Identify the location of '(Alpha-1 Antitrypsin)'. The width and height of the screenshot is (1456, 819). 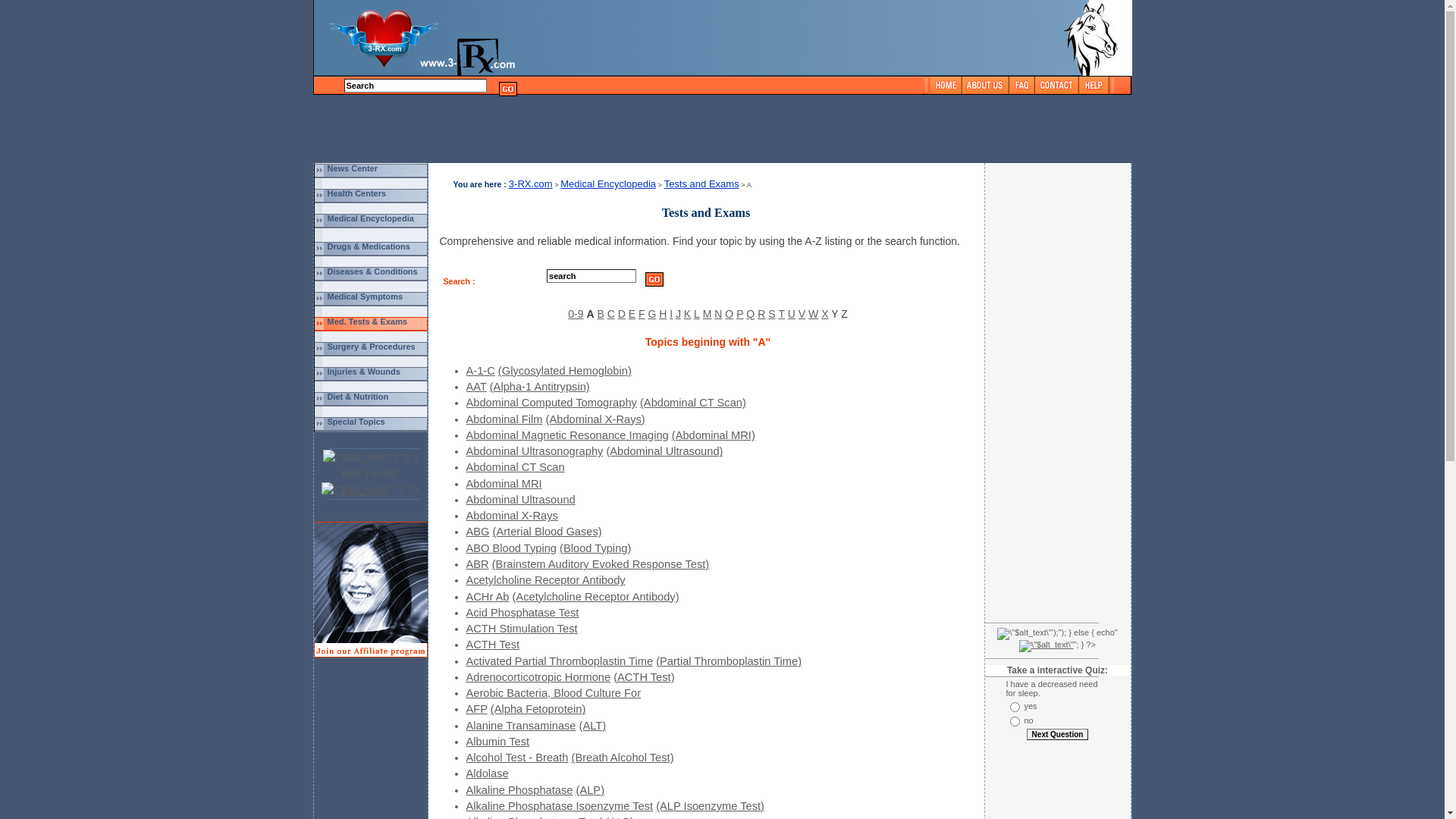
(539, 385).